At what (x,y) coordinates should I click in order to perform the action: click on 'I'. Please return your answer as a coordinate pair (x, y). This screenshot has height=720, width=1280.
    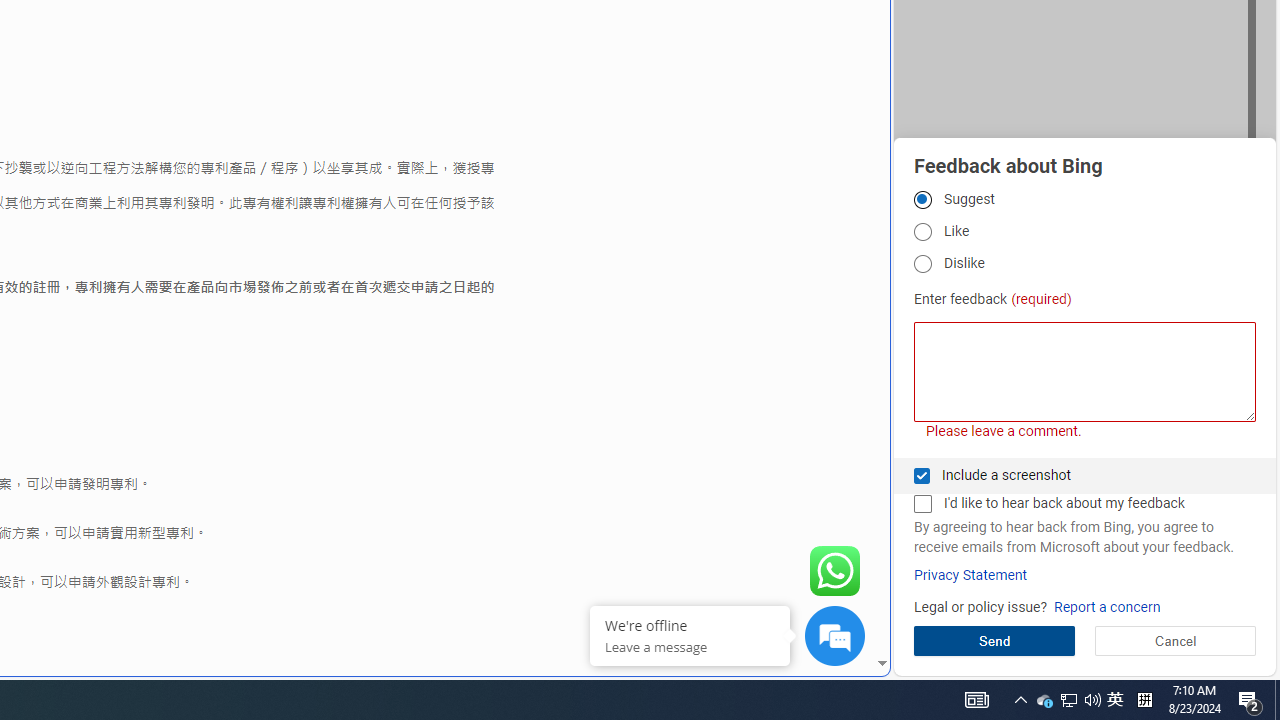
    Looking at the image, I should click on (921, 502).